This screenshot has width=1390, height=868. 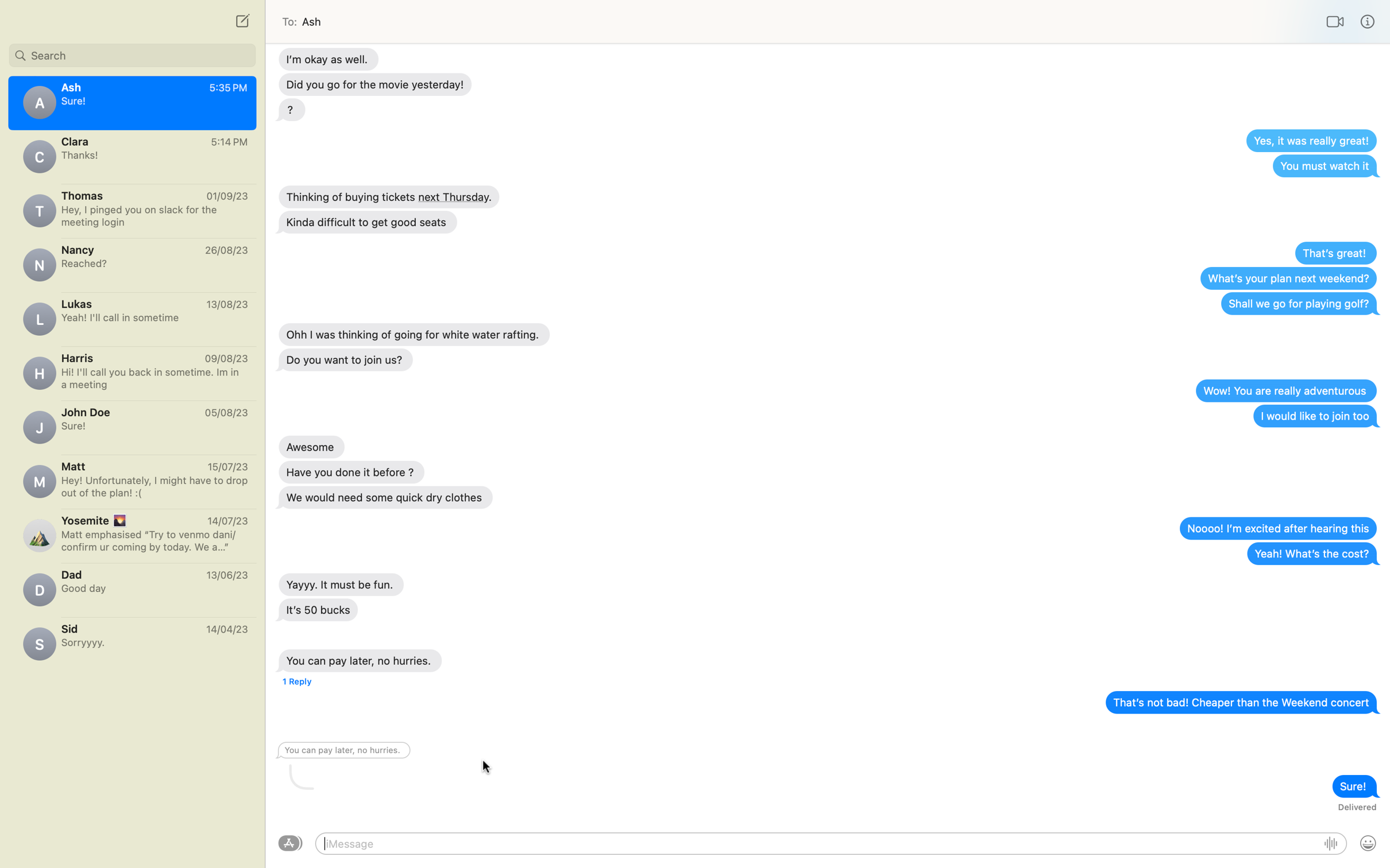 I want to click on Start new chat with Chris, so click(x=241, y=20).